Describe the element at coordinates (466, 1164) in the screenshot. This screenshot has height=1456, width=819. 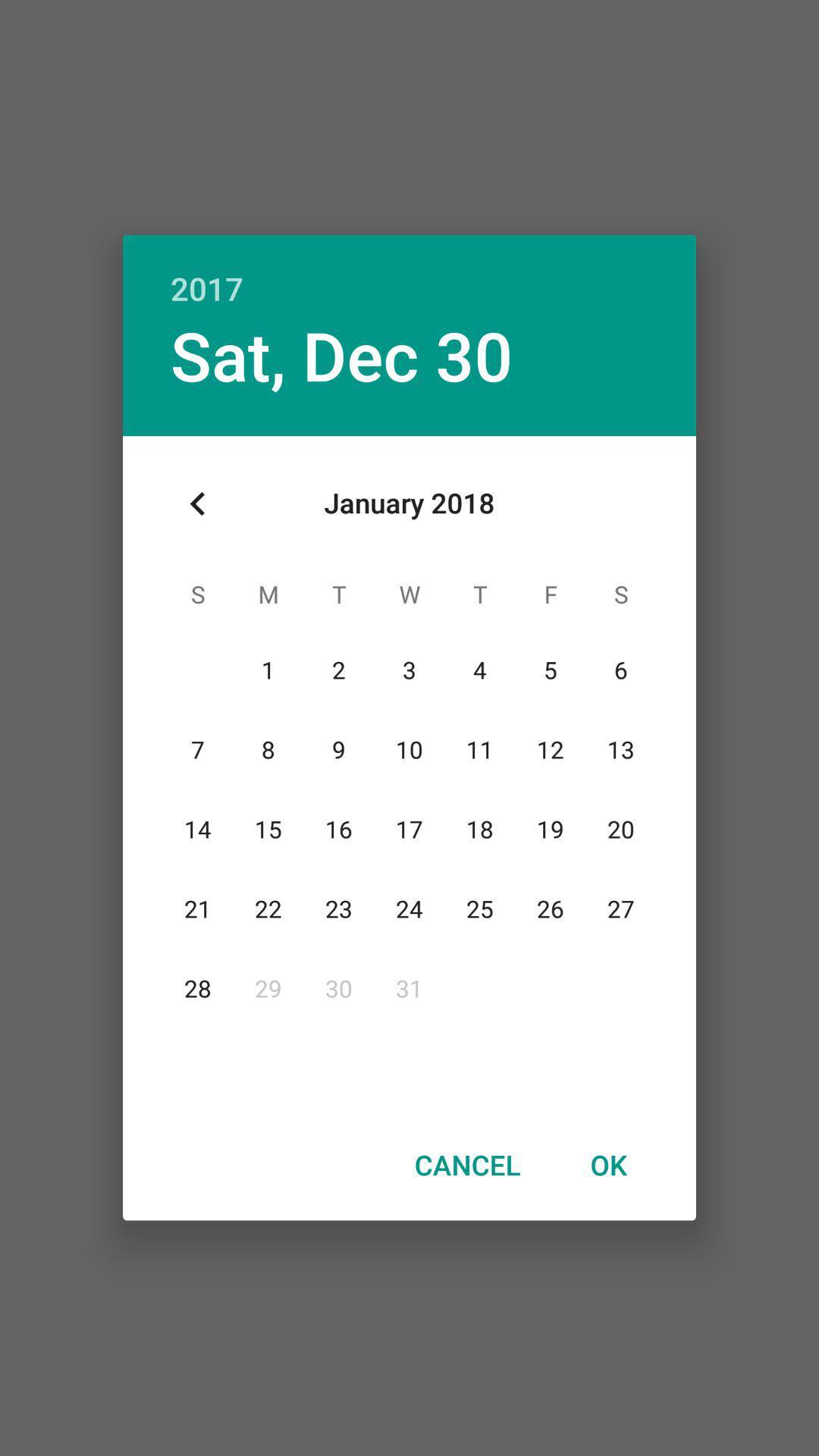
I see `icon to the left of ok icon` at that location.